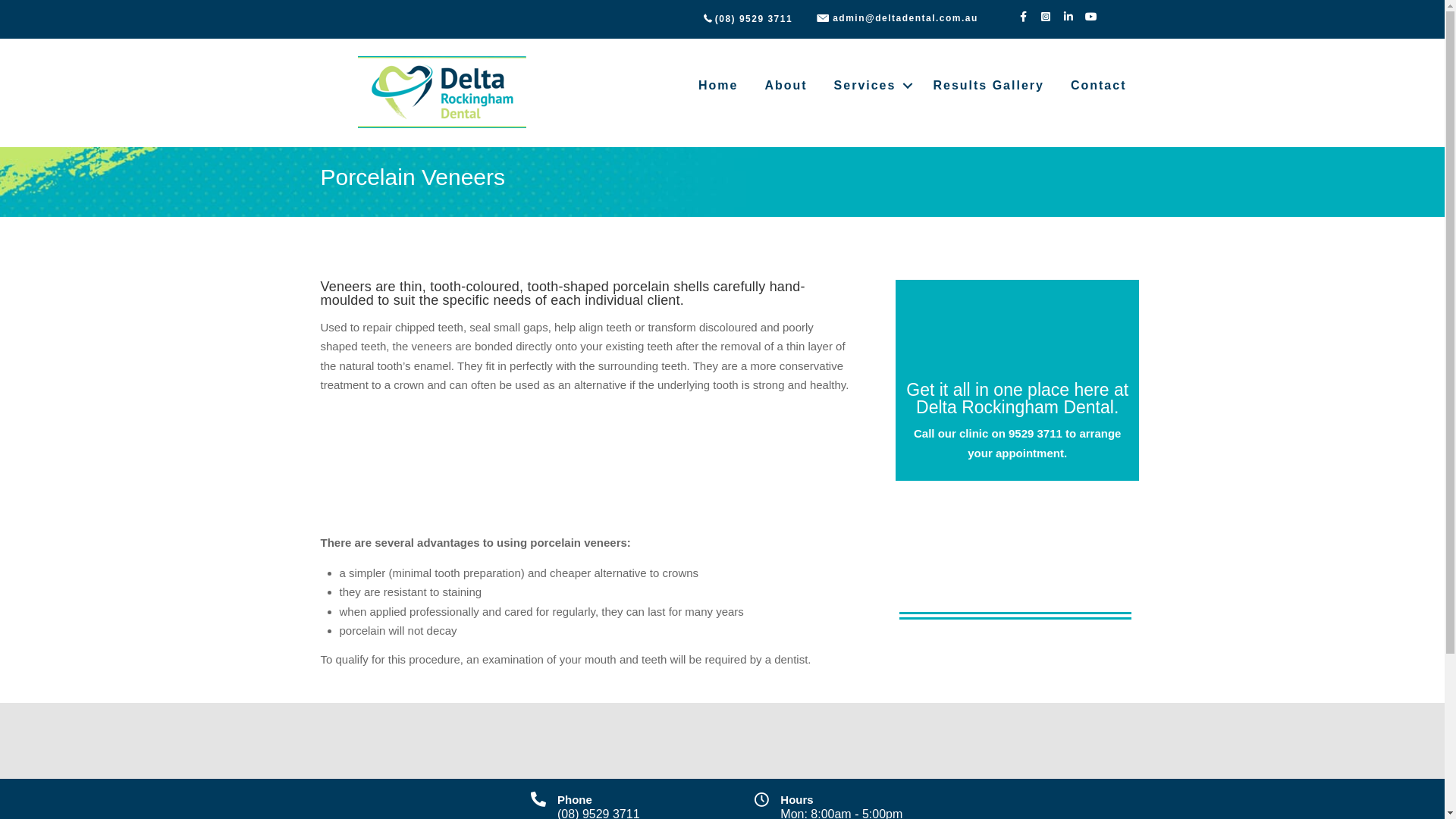  I want to click on 'veneers6', so click(1015, 571).